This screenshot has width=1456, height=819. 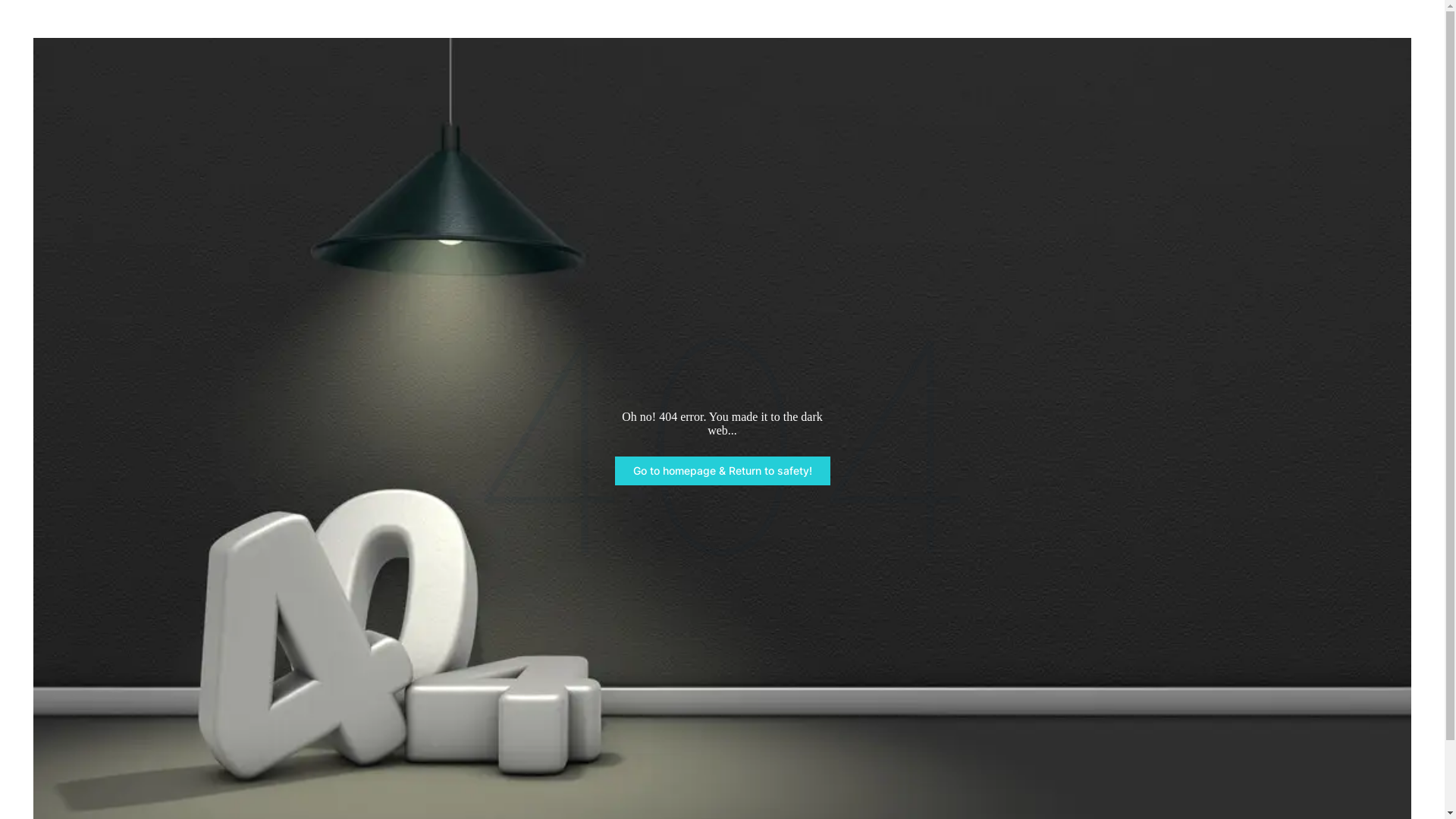 What do you see at coordinates (720, 470) in the screenshot?
I see `'Go to homepage & Return to safety!'` at bounding box center [720, 470].